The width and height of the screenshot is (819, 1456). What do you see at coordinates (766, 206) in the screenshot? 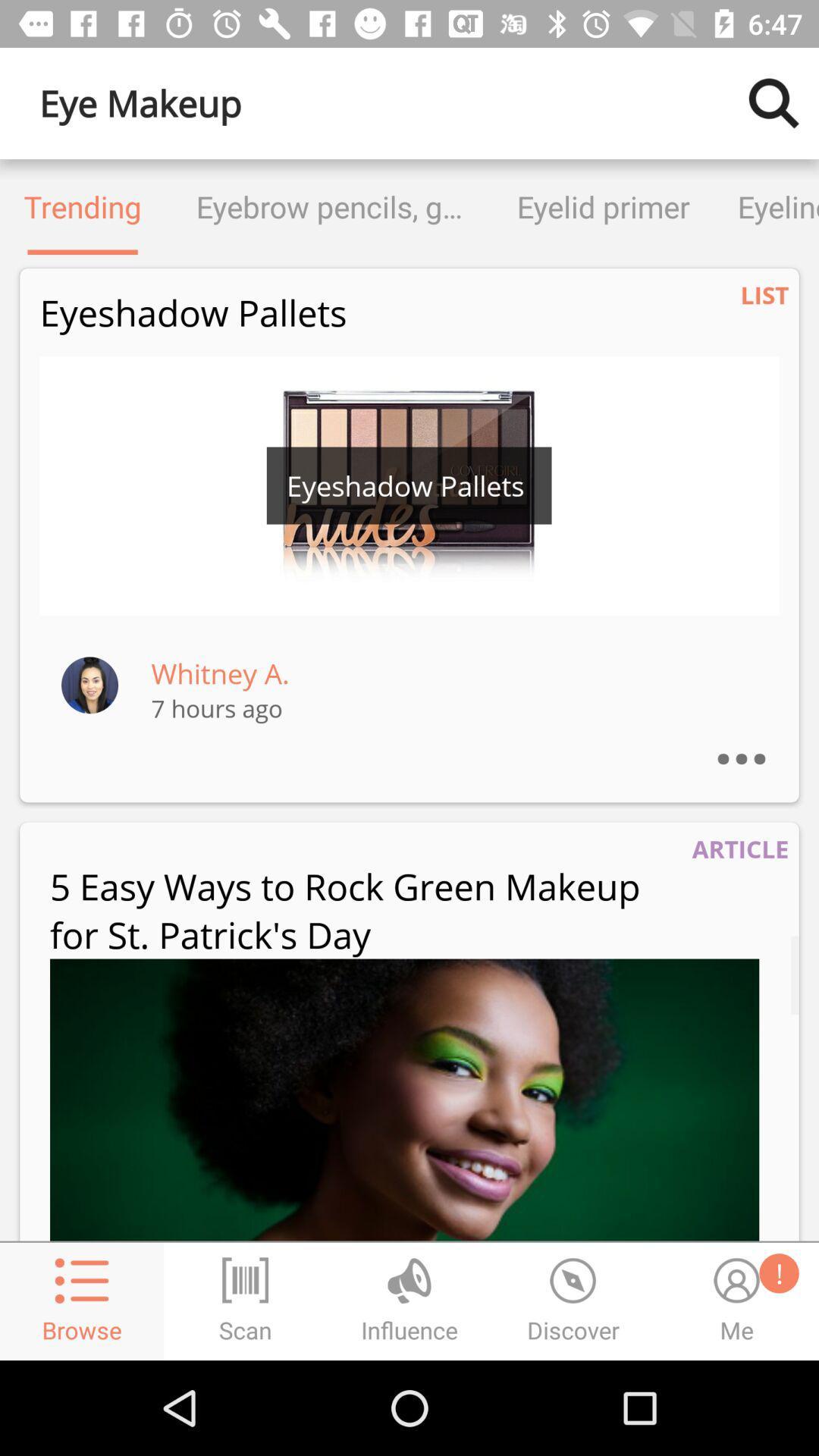
I see `icon above the list` at bounding box center [766, 206].